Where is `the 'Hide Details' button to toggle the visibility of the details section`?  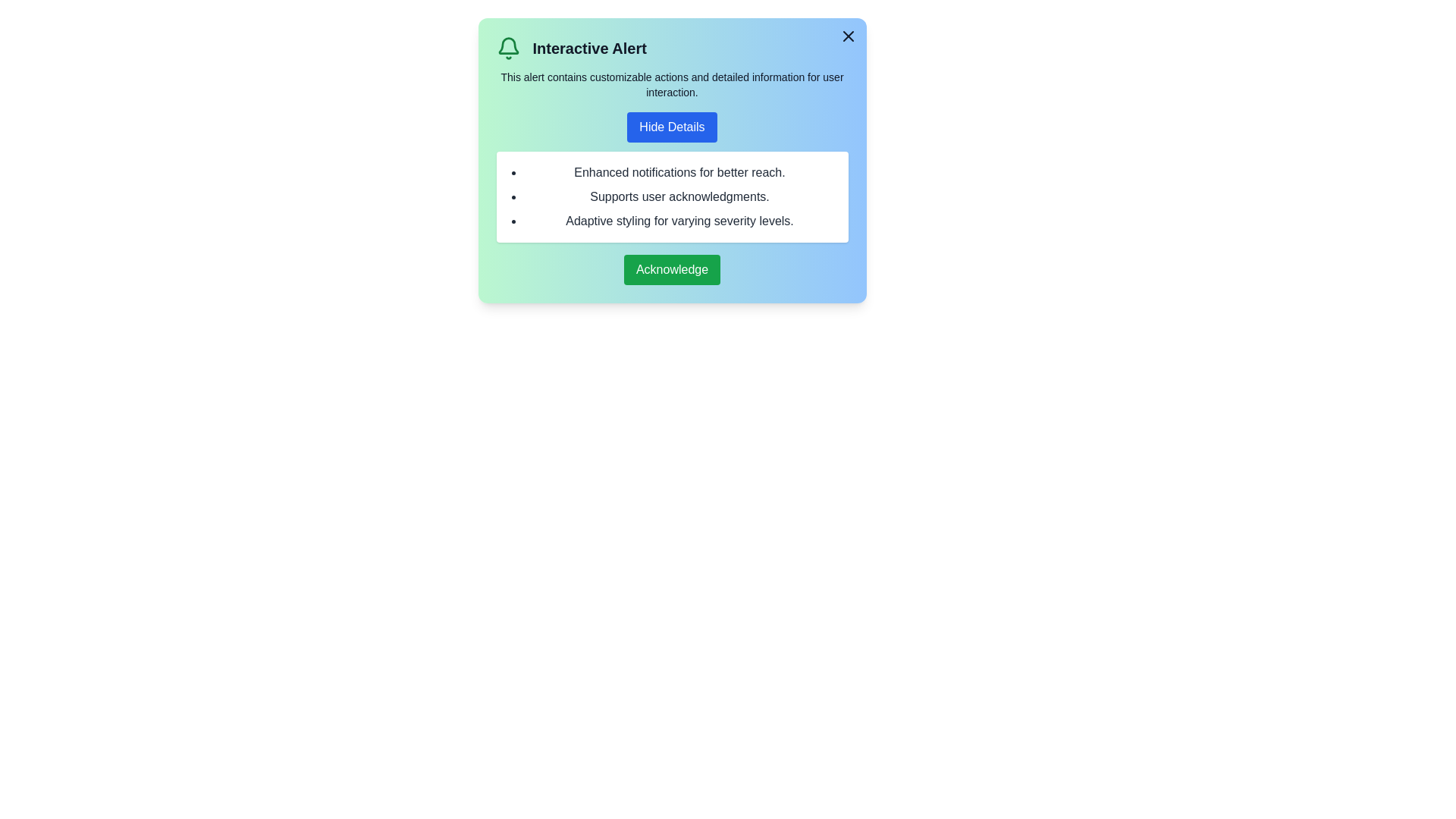
the 'Hide Details' button to toggle the visibility of the details section is located at coordinates (671, 127).